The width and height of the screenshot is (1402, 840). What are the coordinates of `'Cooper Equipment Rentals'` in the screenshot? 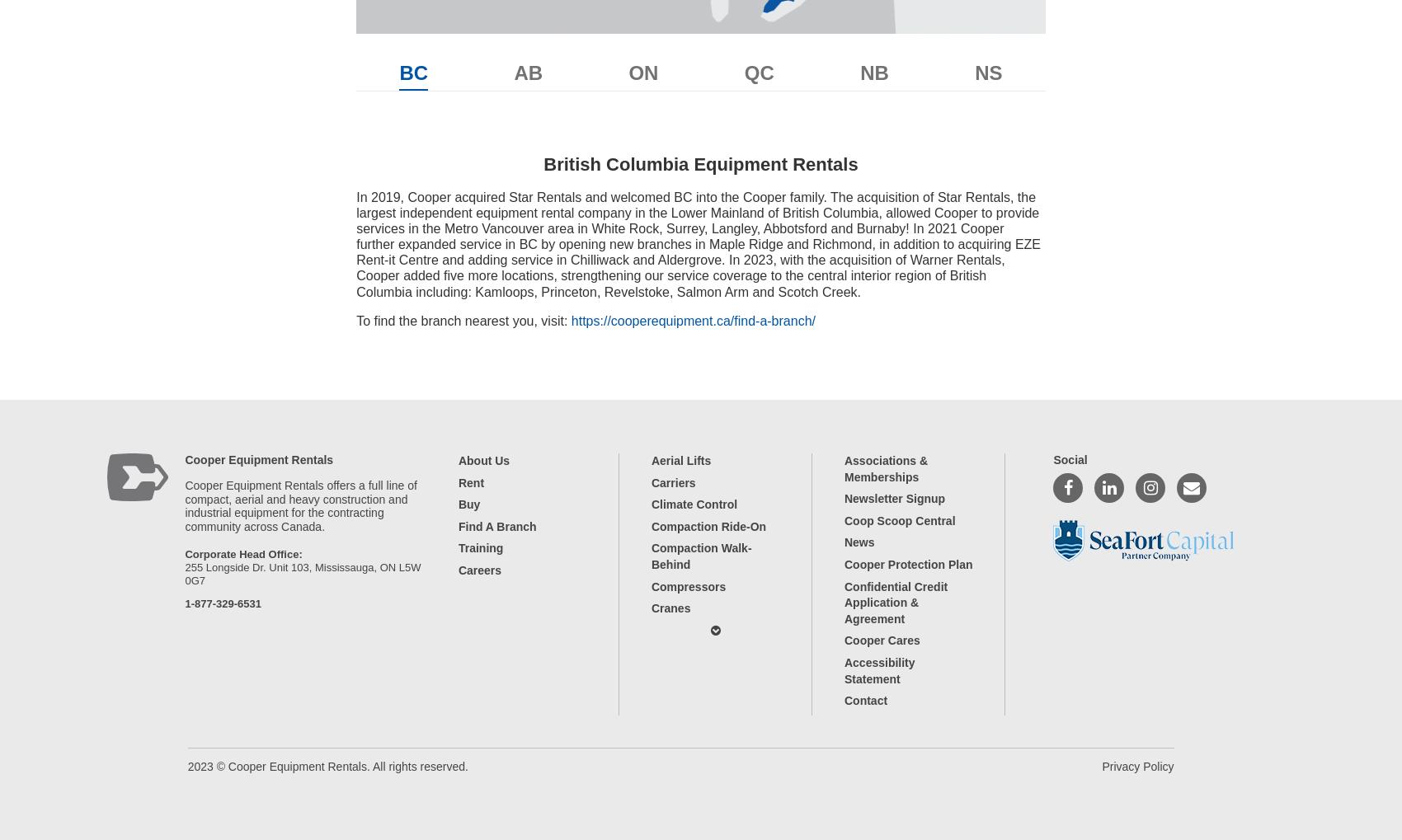 It's located at (258, 459).